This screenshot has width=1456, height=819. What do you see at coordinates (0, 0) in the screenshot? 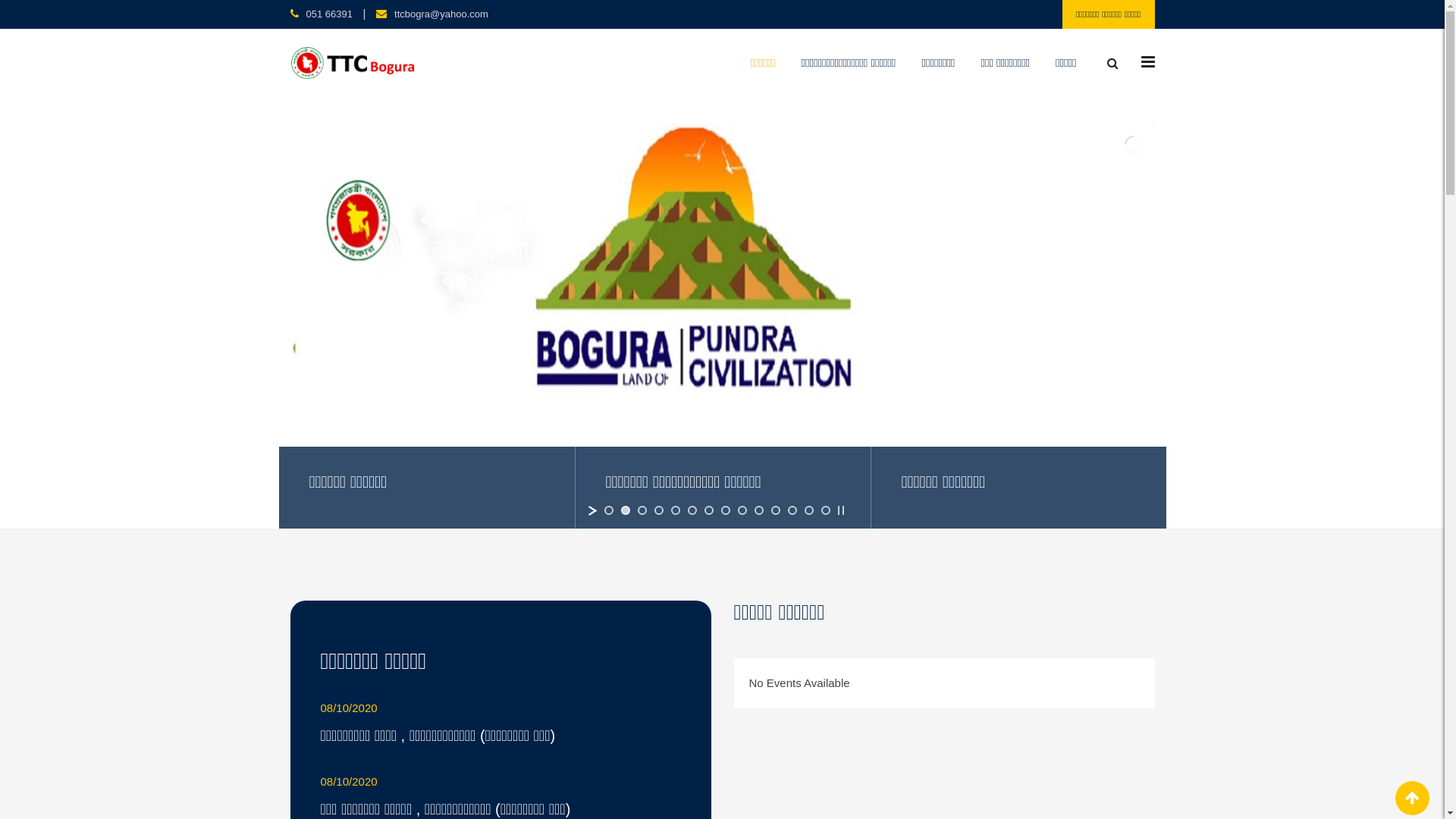
I see `'Skip to content'` at bounding box center [0, 0].